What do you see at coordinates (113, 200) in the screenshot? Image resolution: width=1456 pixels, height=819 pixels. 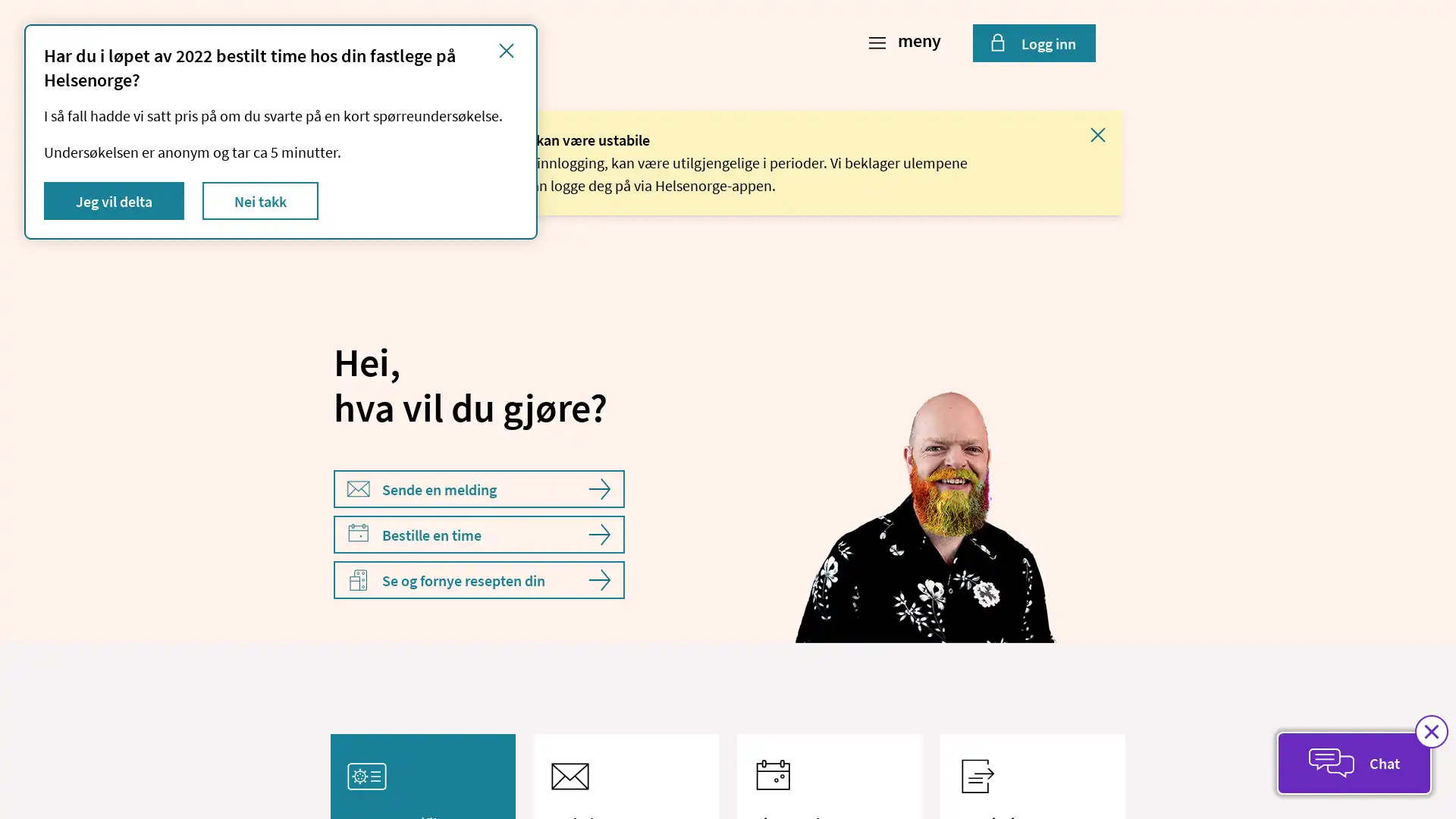 I see `Jeg vil delta` at bounding box center [113, 200].